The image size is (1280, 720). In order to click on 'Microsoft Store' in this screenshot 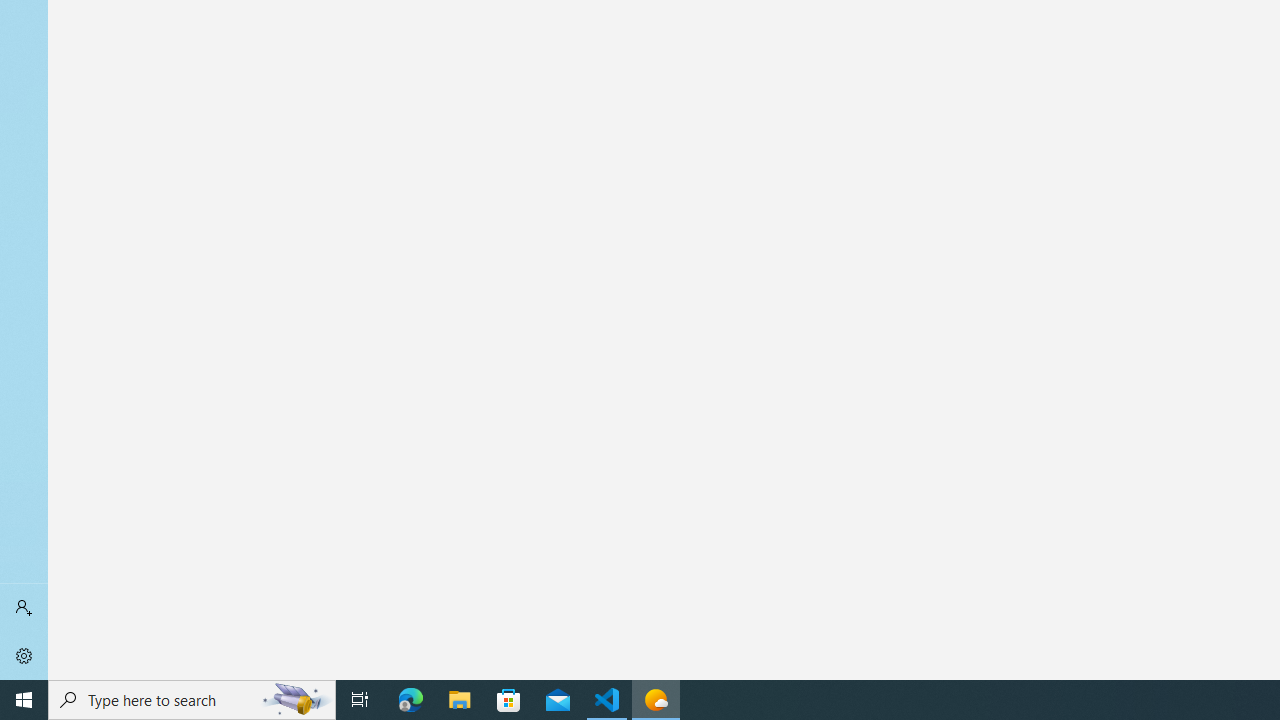, I will do `click(509, 698)`.